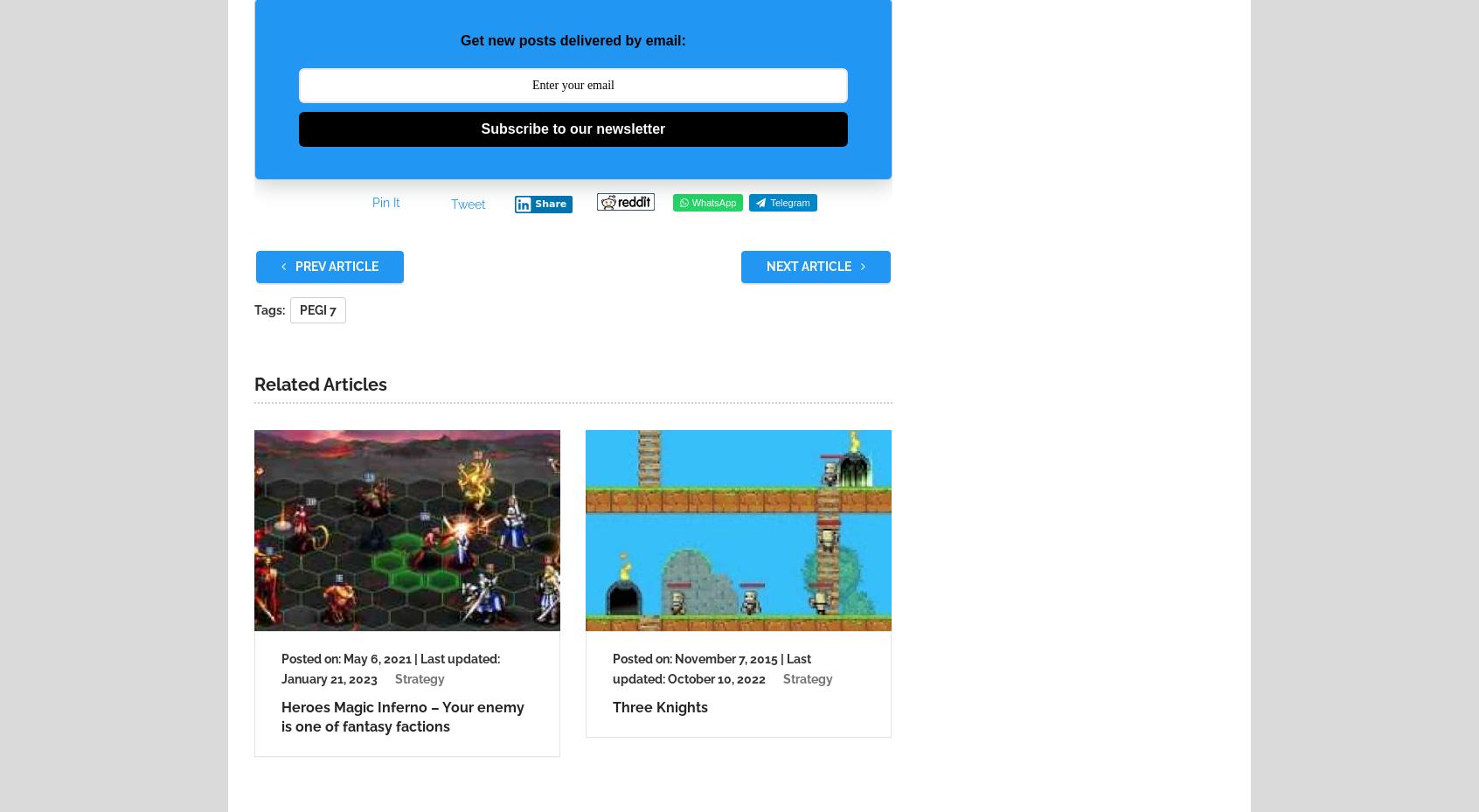 This screenshot has height=812, width=1479. What do you see at coordinates (371, 201) in the screenshot?
I see `'Pin It'` at bounding box center [371, 201].